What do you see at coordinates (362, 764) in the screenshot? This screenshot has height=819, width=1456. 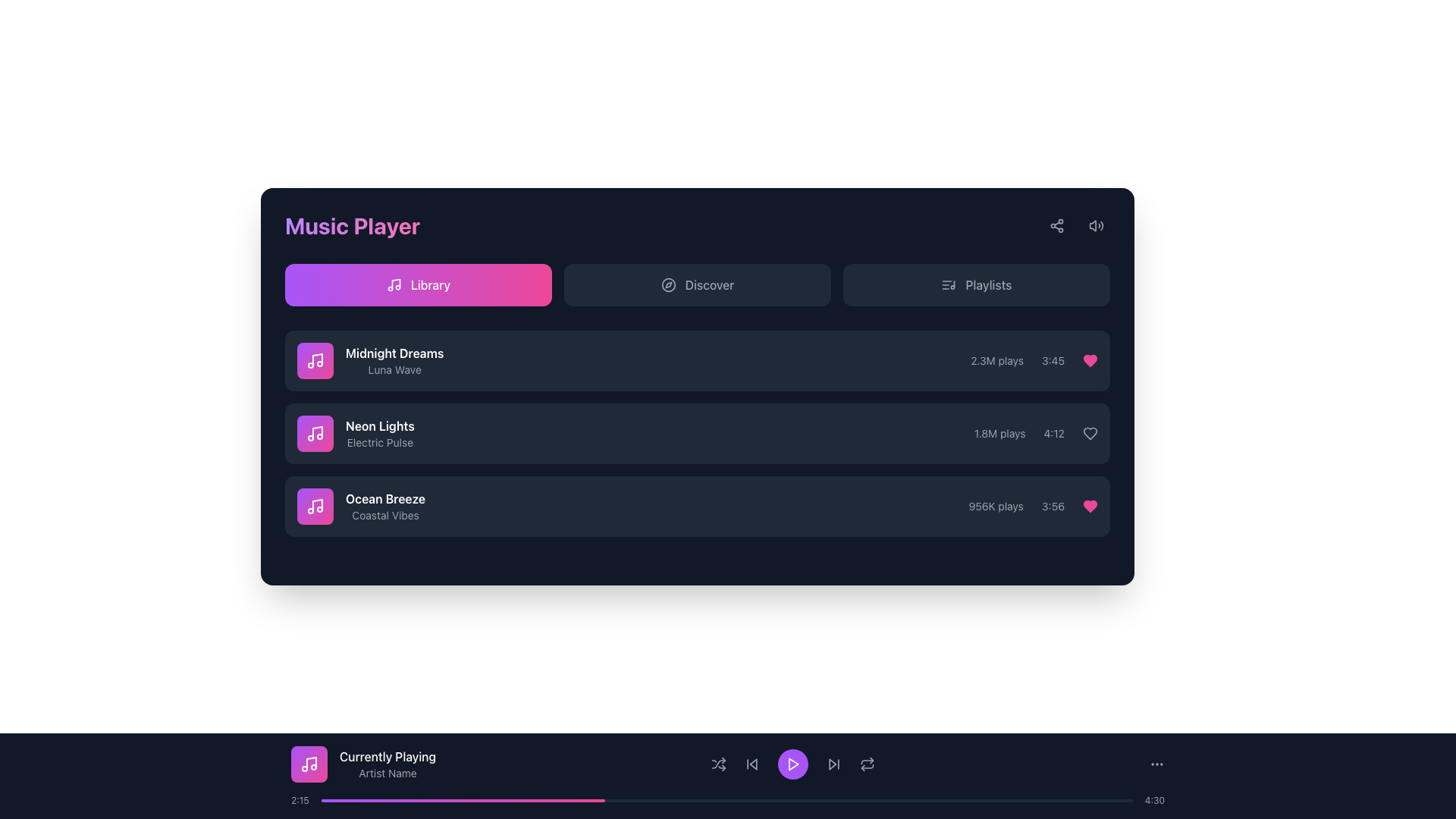 I see `the Informational Card that displays the currently playing song title and artist in the music player interface, located at the bottom section of the interface` at bounding box center [362, 764].